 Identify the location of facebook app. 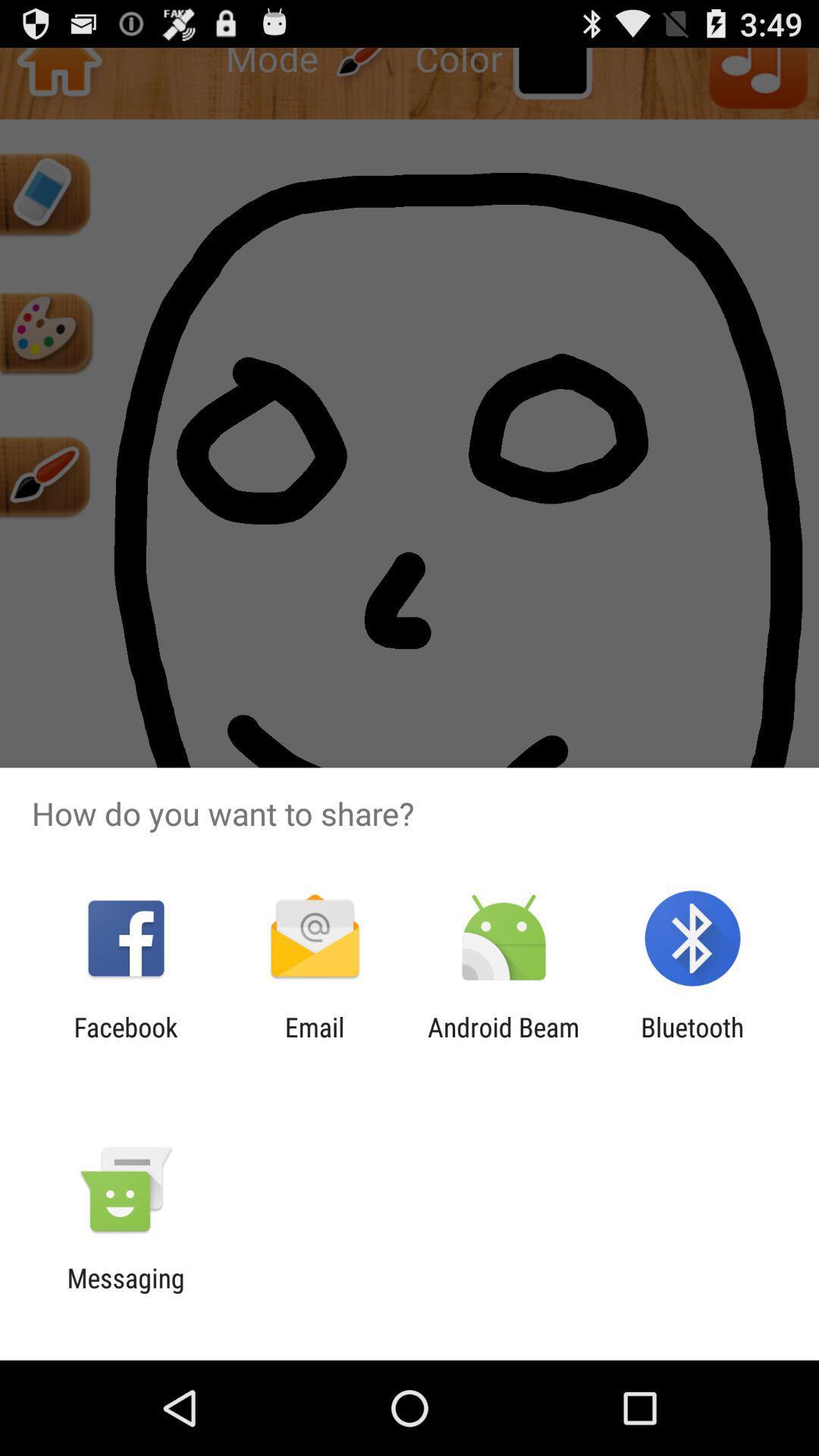
(125, 1042).